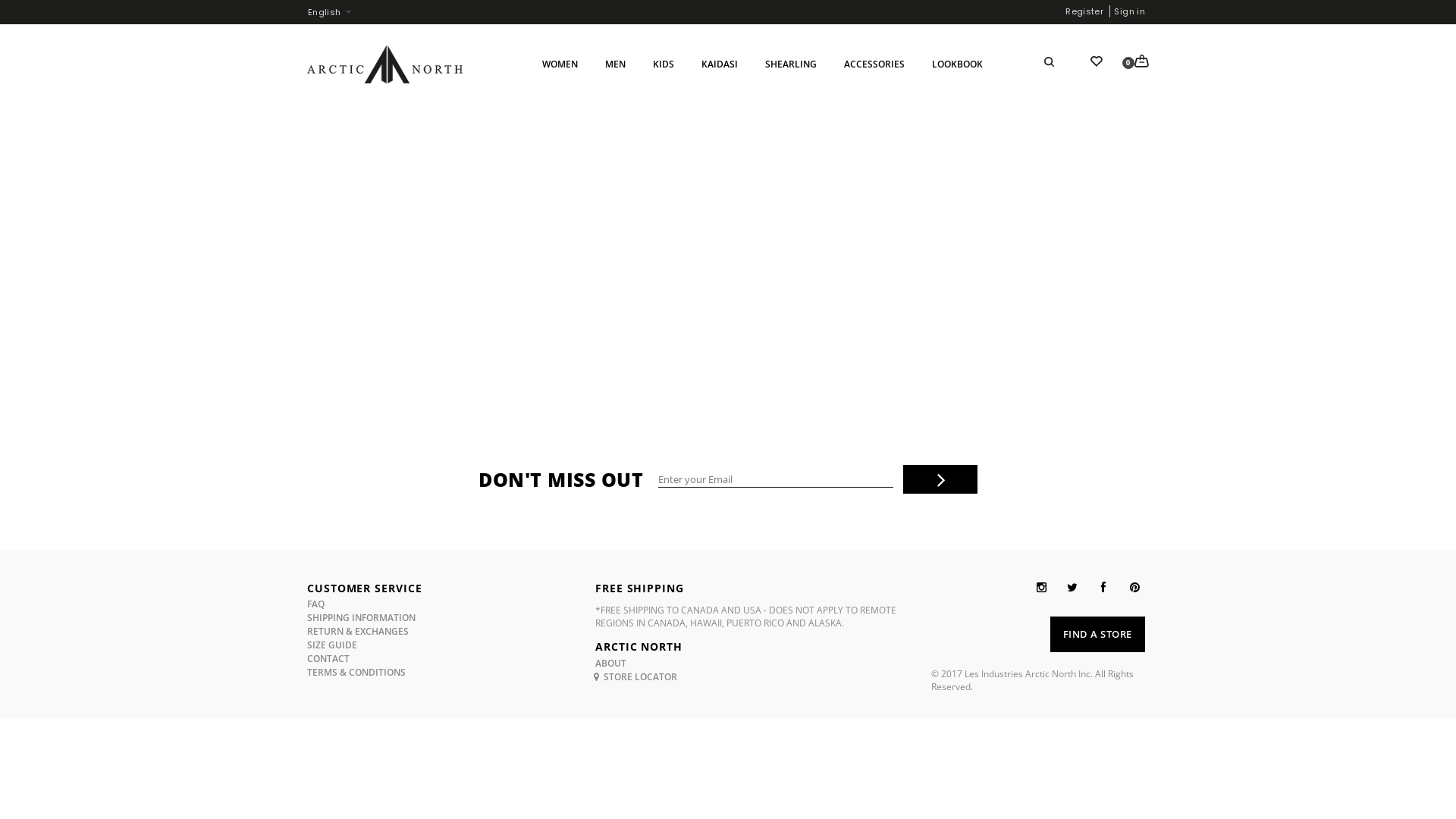 This screenshot has height=819, width=1456. Describe the element at coordinates (956, 63) in the screenshot. I see `'LOOKBOOK'` at that location.